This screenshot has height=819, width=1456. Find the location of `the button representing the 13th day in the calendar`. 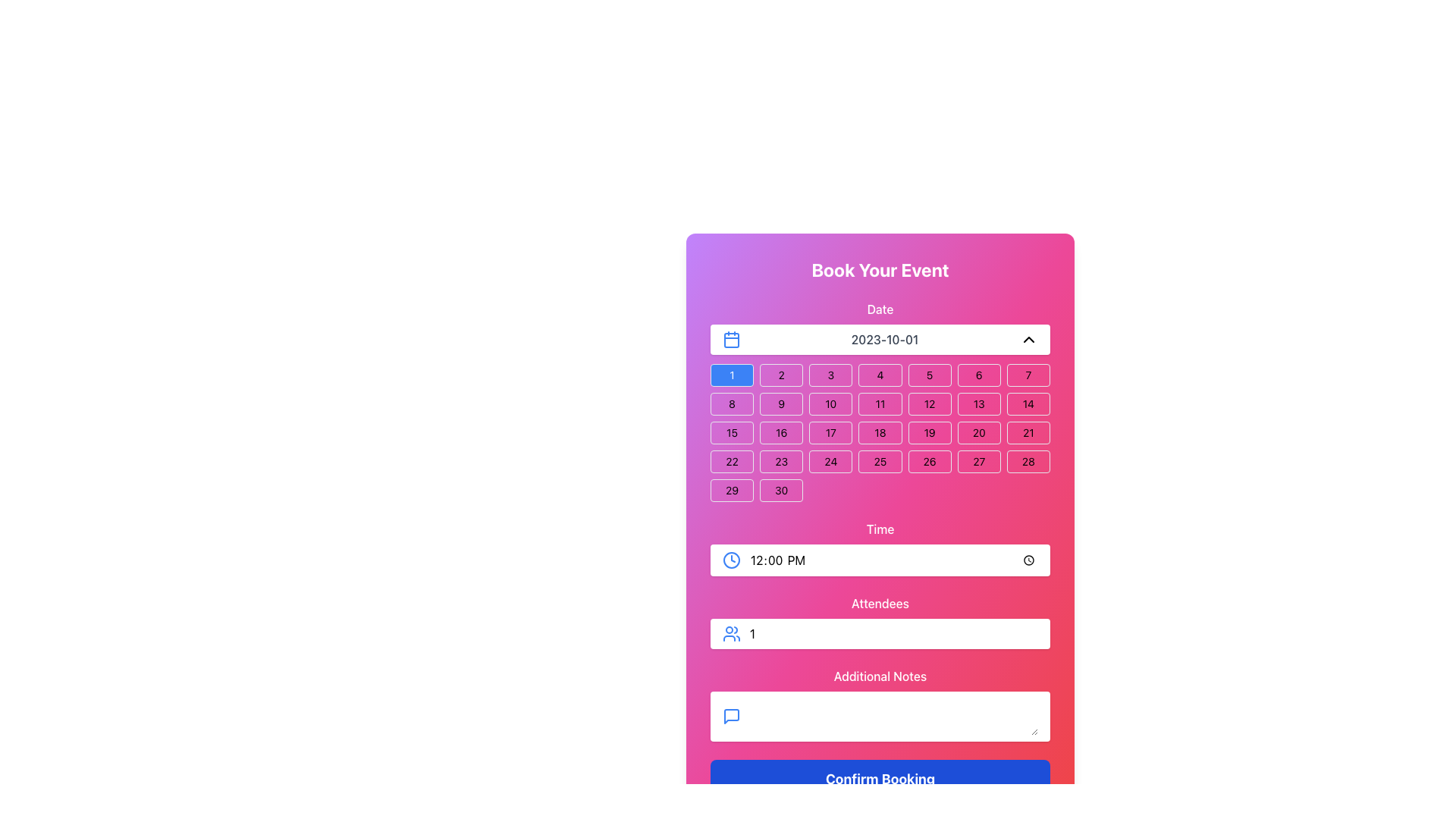

the button representing the 13th day in the calendar is located at coordinates (979, 403).